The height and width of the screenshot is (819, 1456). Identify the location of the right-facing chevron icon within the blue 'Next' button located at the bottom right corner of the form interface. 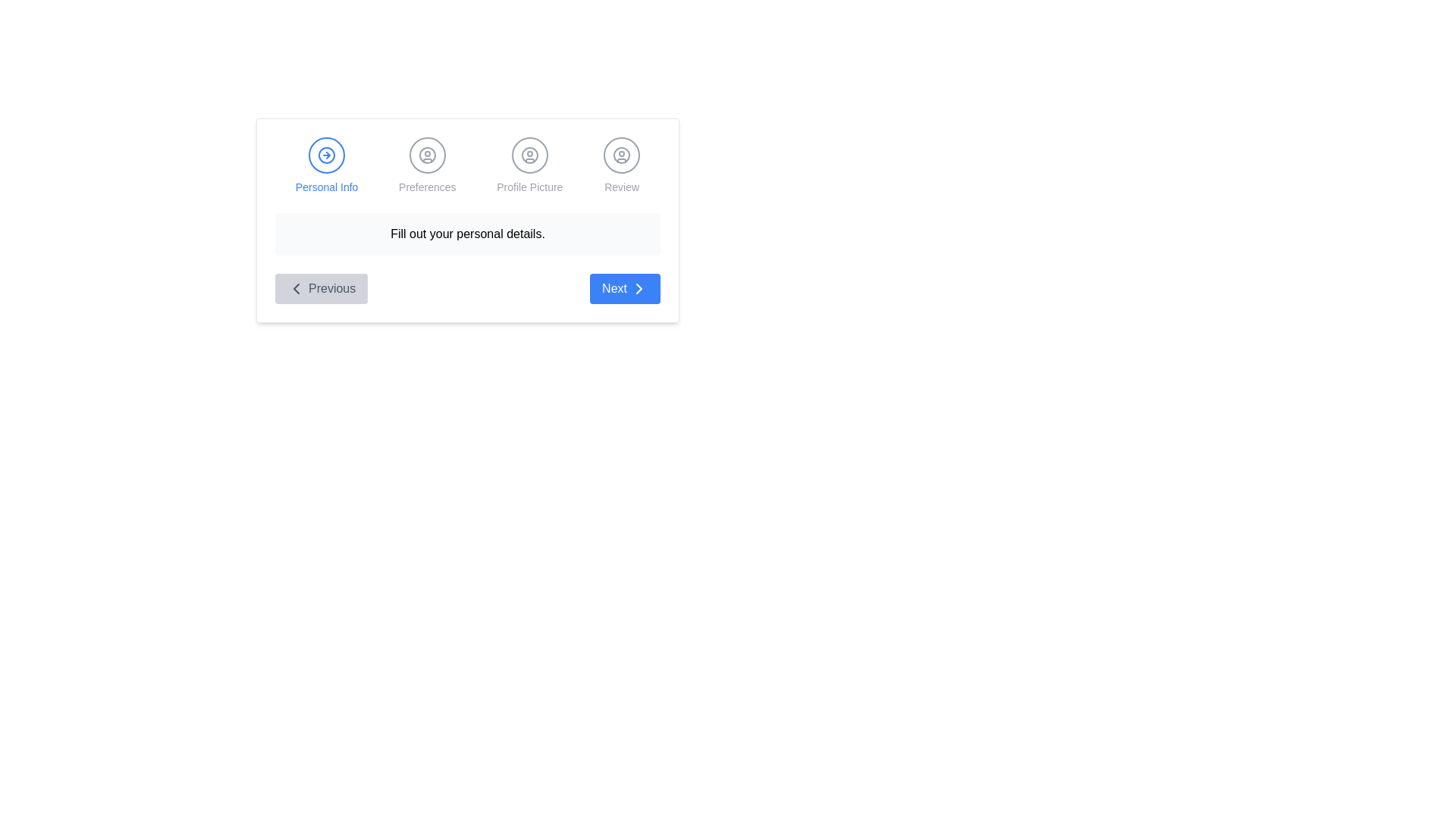
(639, 289).